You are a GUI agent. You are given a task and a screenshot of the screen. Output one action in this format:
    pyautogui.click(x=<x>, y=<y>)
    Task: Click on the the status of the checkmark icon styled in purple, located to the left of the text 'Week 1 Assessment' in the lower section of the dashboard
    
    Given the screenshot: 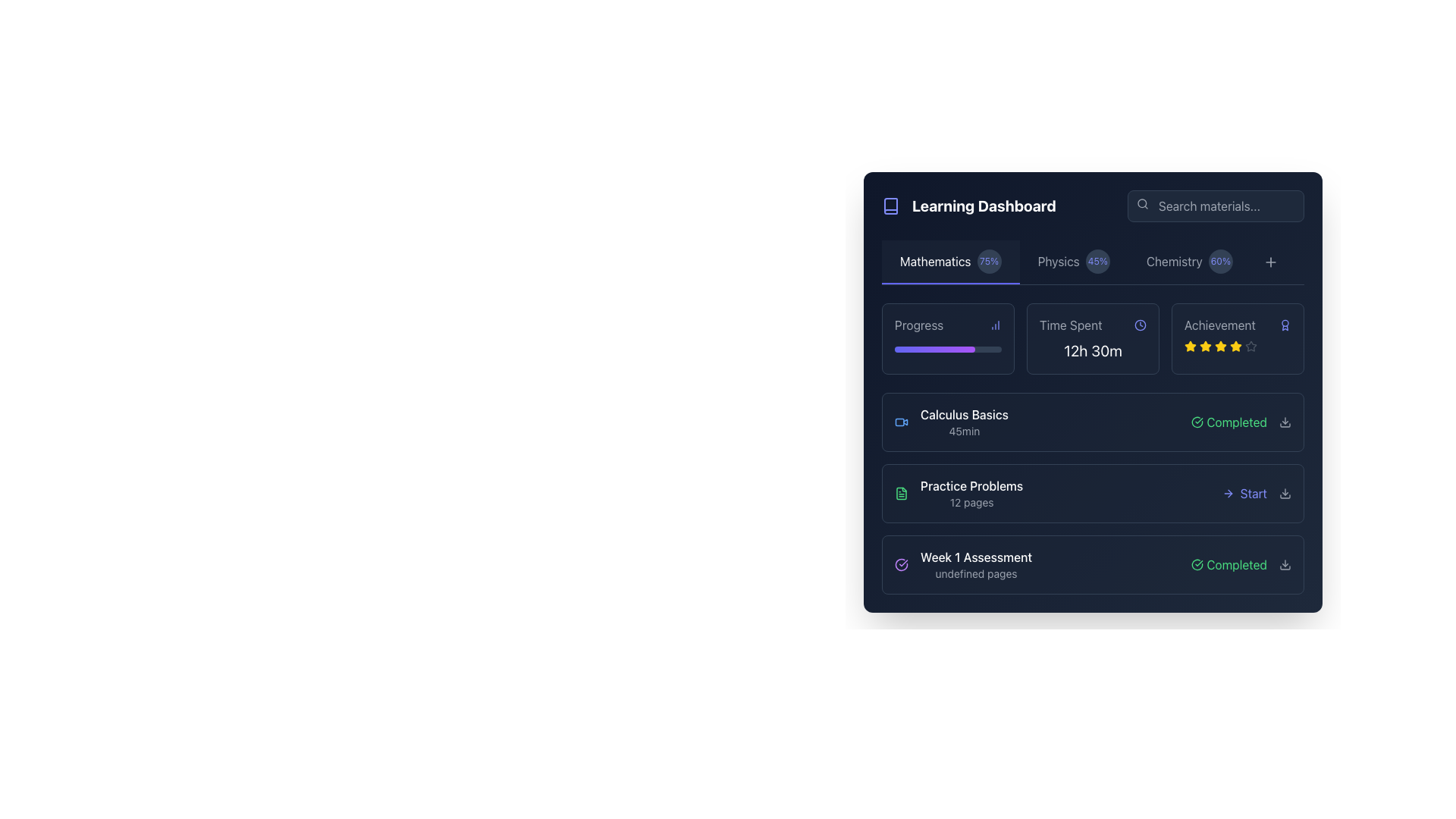 What is the action you would take?
    pyautogui.click(x=902, y=564)
    